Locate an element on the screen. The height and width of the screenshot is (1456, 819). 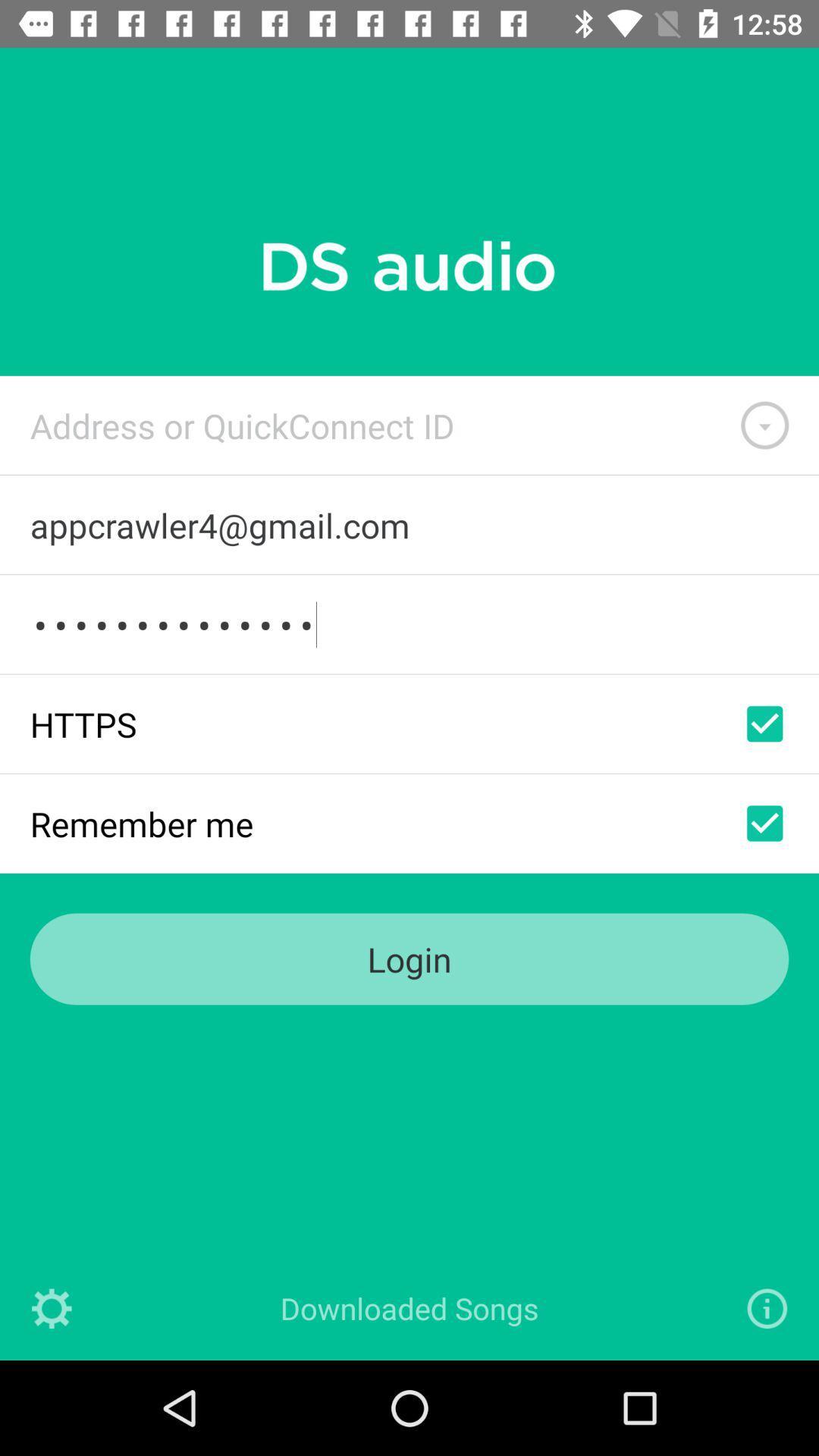
show/hide adress id options is located at coordinates (764, 425).